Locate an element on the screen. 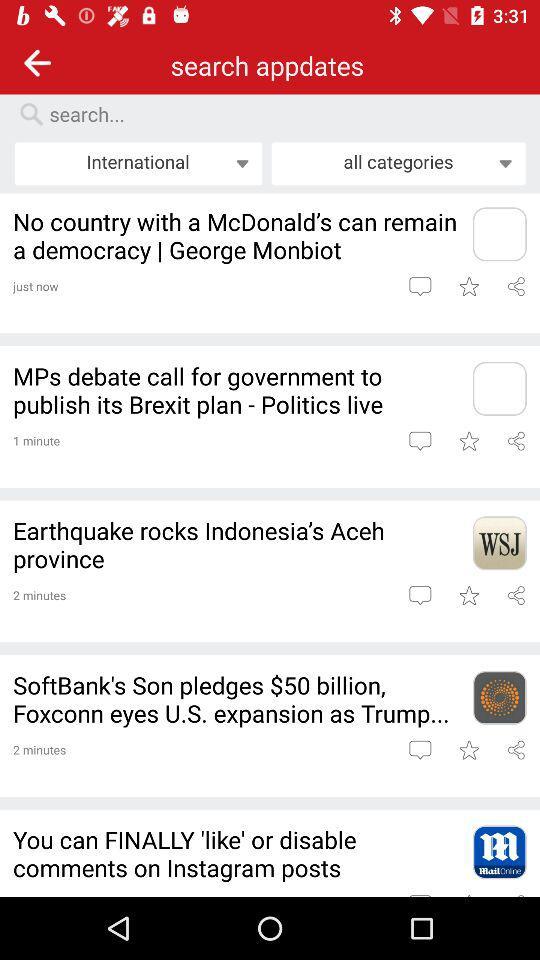  search box is located at coordinates (278, 114).